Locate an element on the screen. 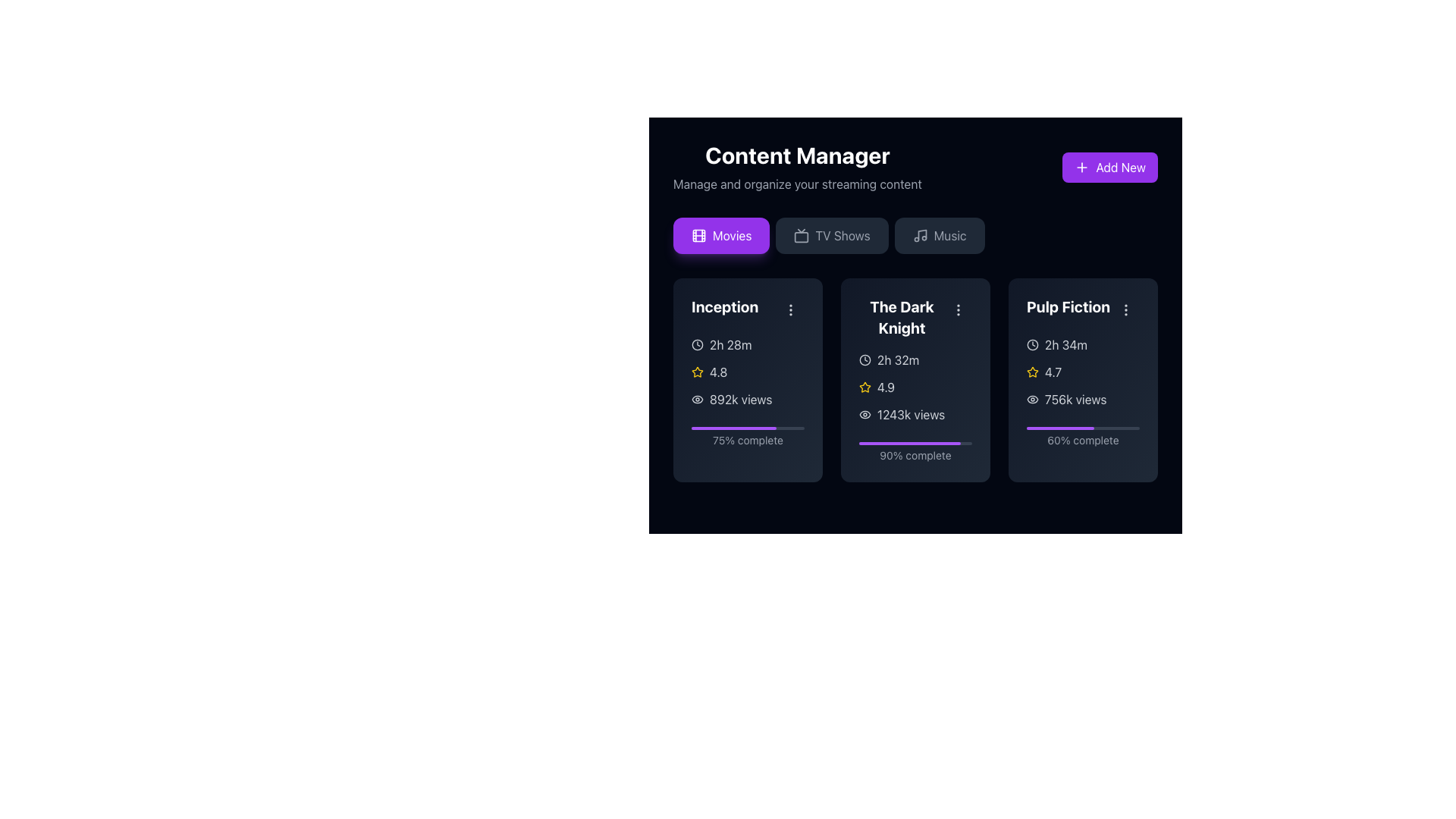 This screenshot has width=1456, height=819. the middle information card in the Content Manager section, which displays details about the movie 'The Dark Knight' including title, duration, rating, views, and progress information is located at coordinates (915, 379).